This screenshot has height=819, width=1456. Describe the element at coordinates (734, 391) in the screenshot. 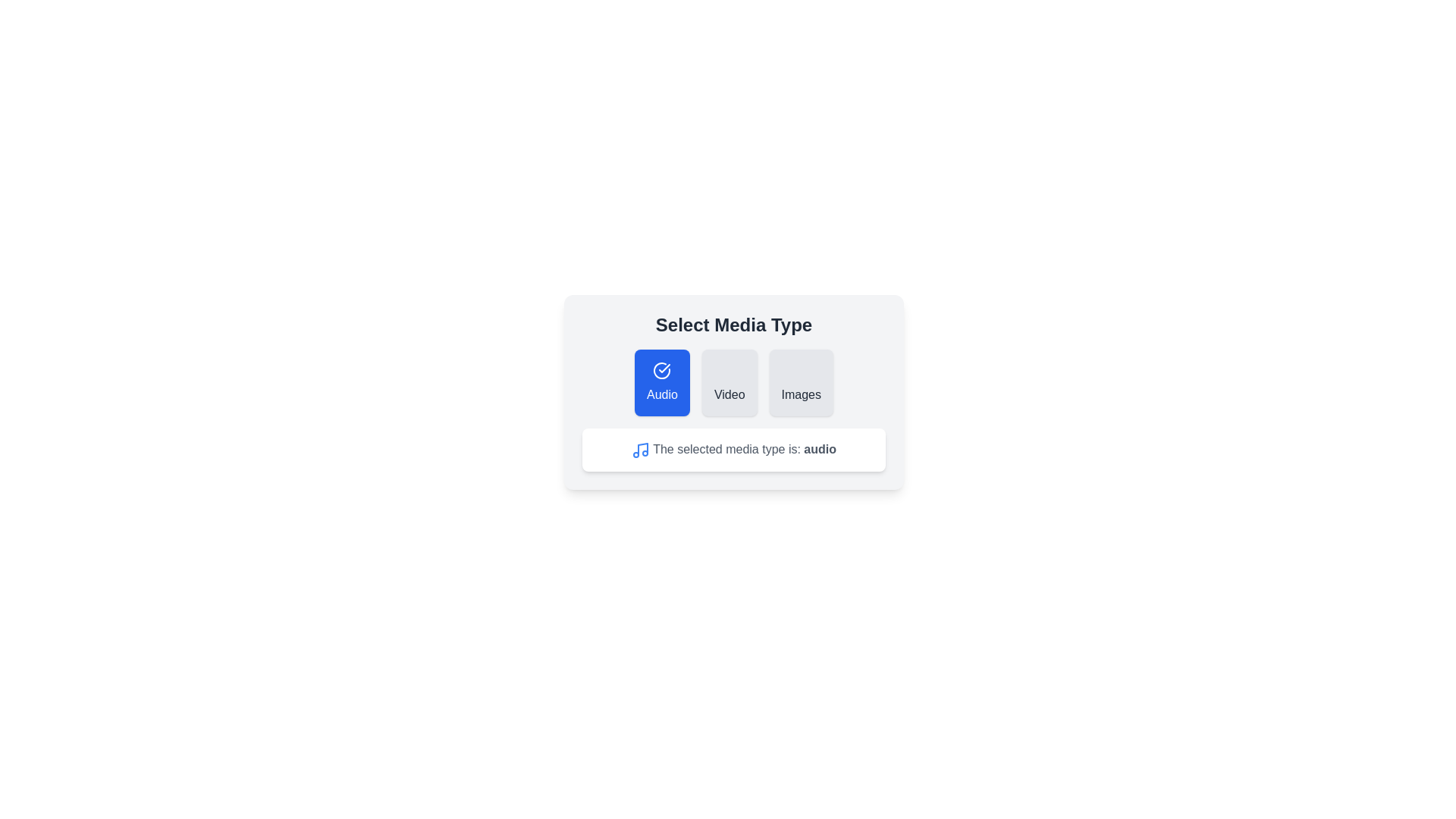

I see `the Interactive selection panel located below the title 'Select Media Type'` at that location.